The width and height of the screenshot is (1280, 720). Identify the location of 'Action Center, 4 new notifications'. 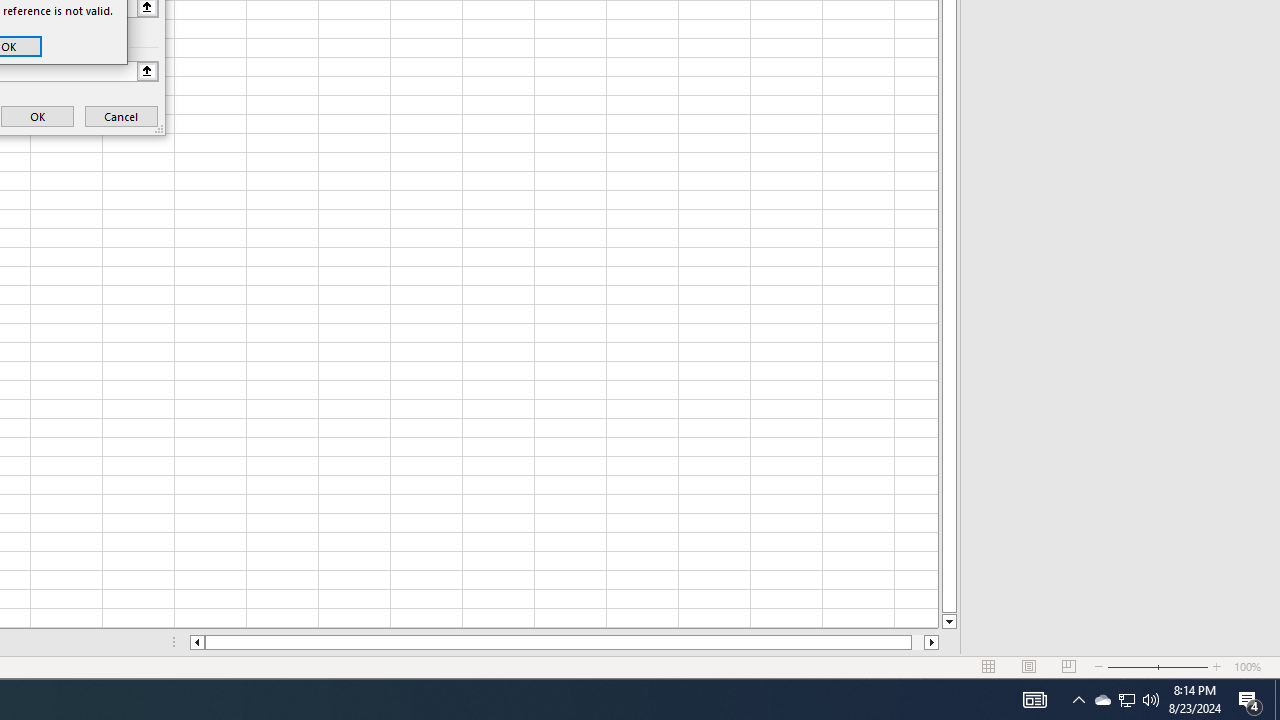
(1250, 698).